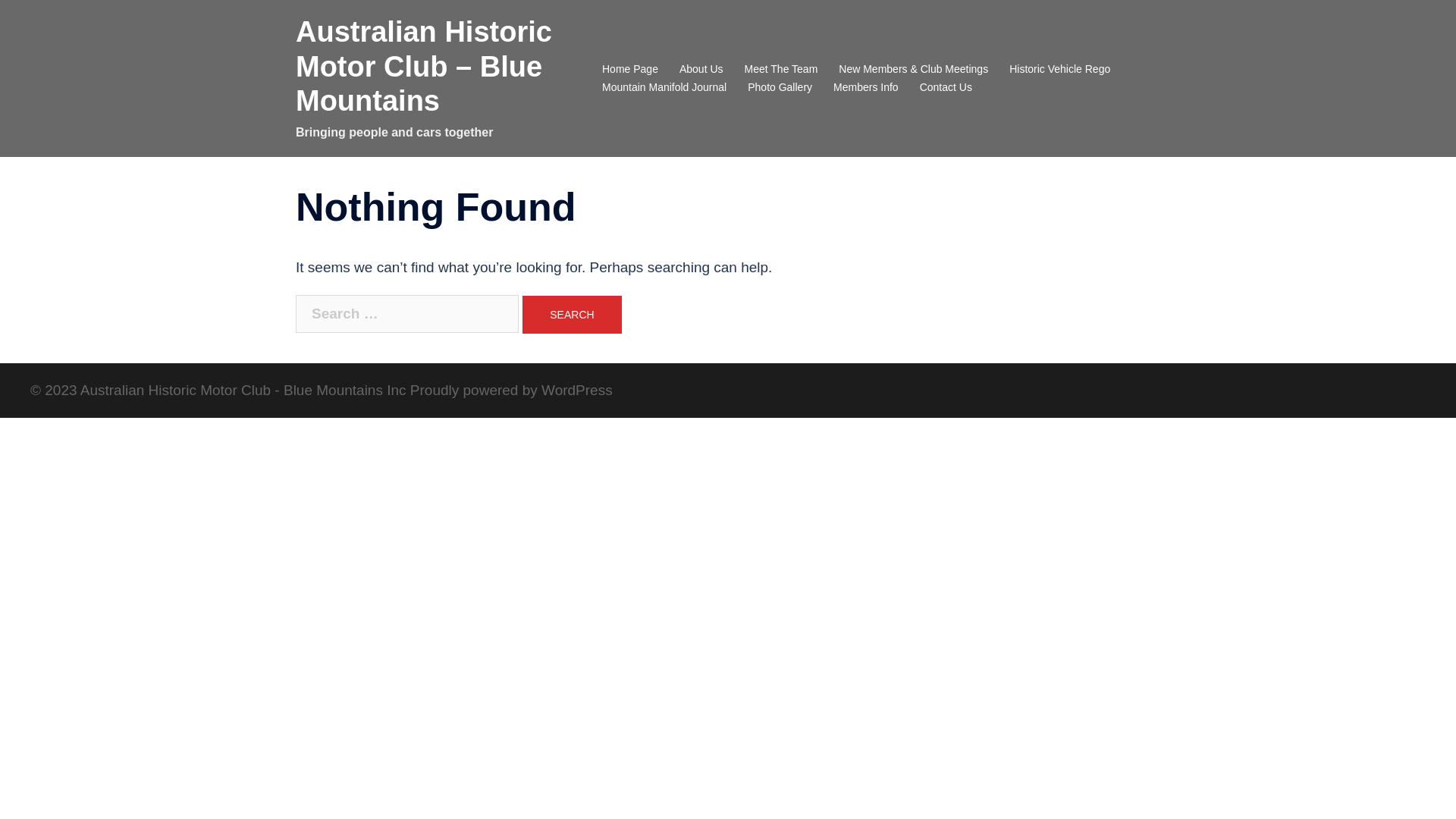  I want to click on 'Meet The Team', so click(781, 70).